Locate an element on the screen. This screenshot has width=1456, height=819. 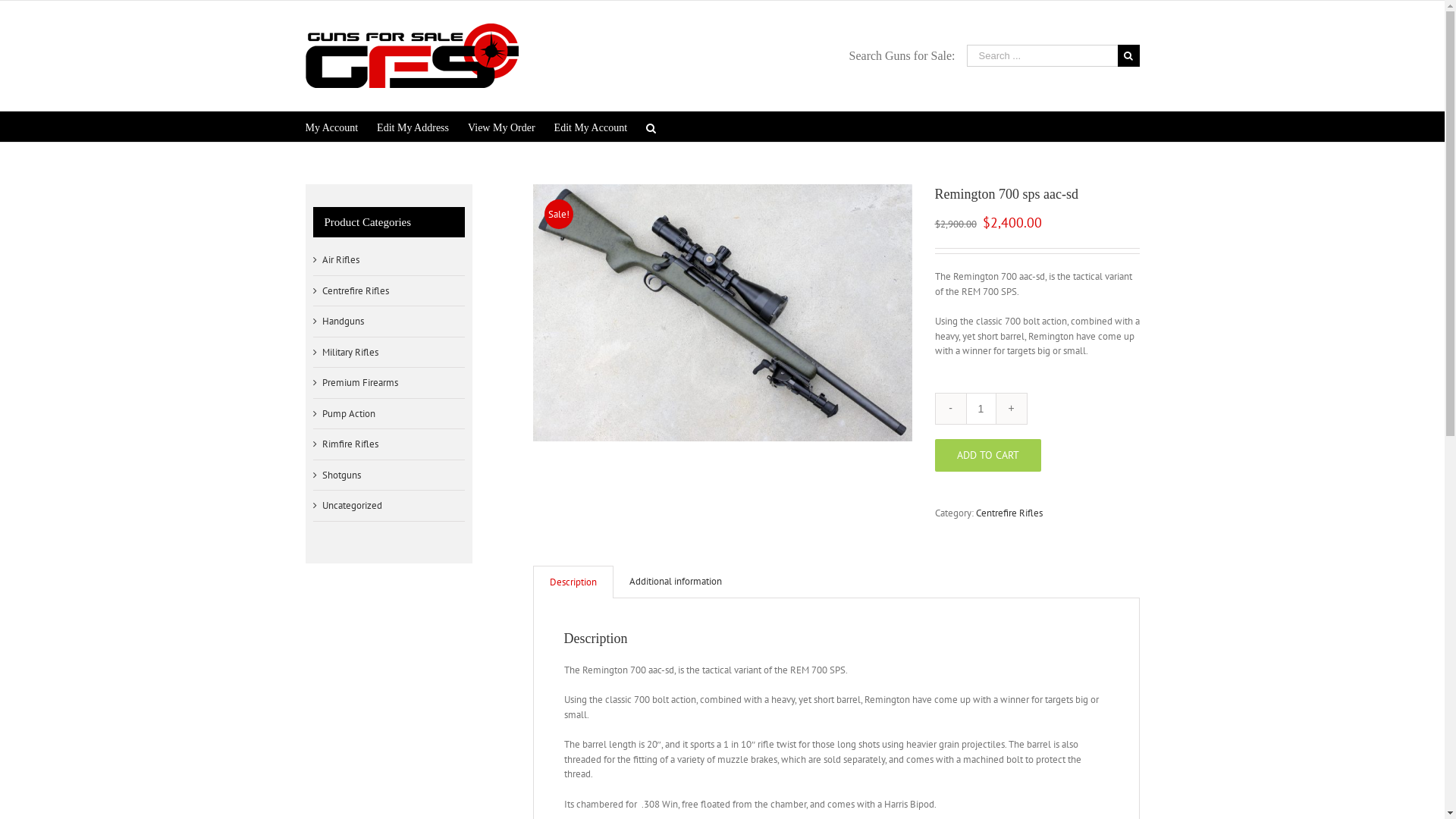
'Rimfire Rifles' is located at coordinates (348, 444).